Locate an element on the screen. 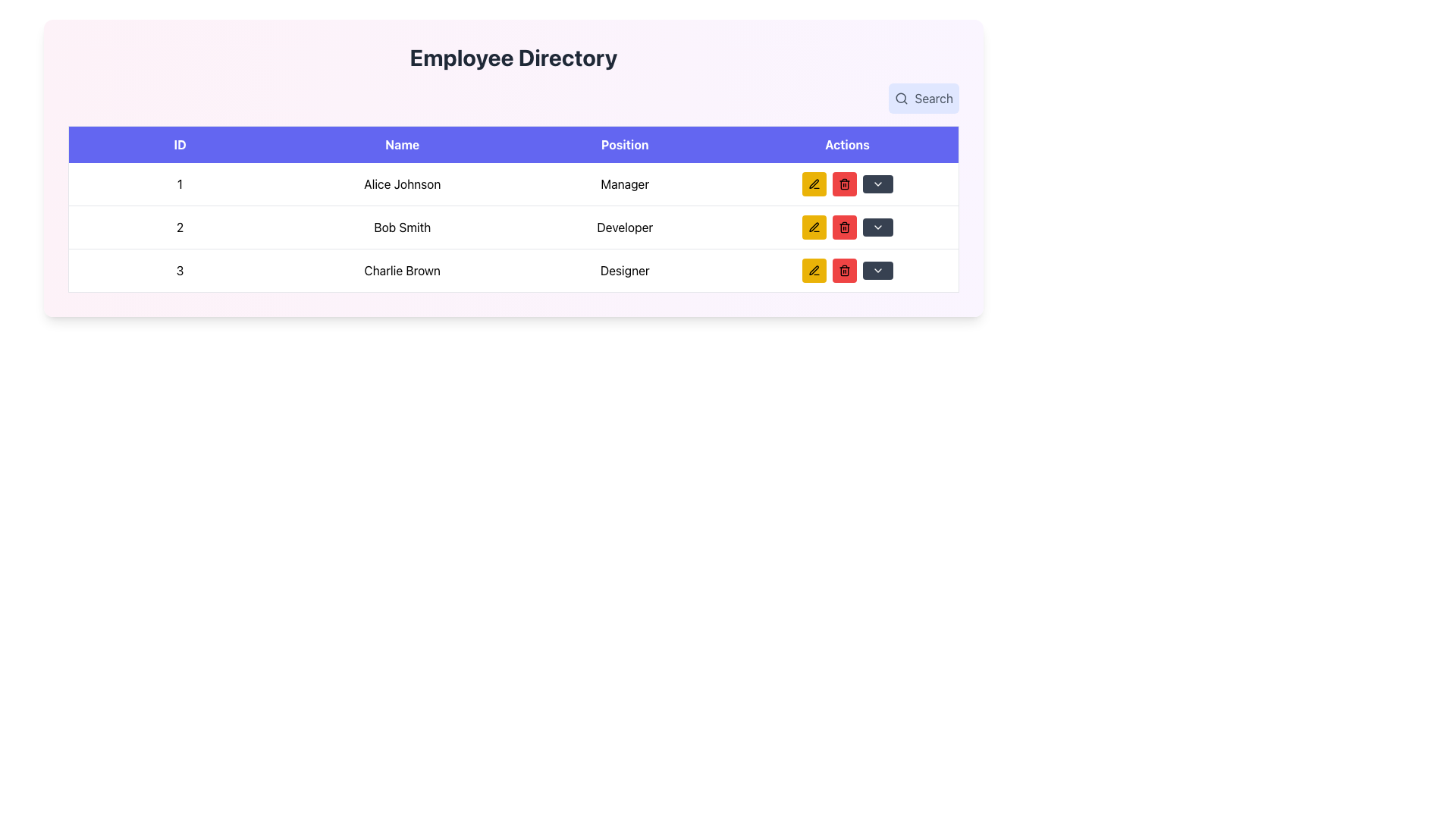 Image resolution: width=1456 pixels, height=819 pixels. the 'Search' button located in the top-right corner of the interface is located at coordinates (923, 99).